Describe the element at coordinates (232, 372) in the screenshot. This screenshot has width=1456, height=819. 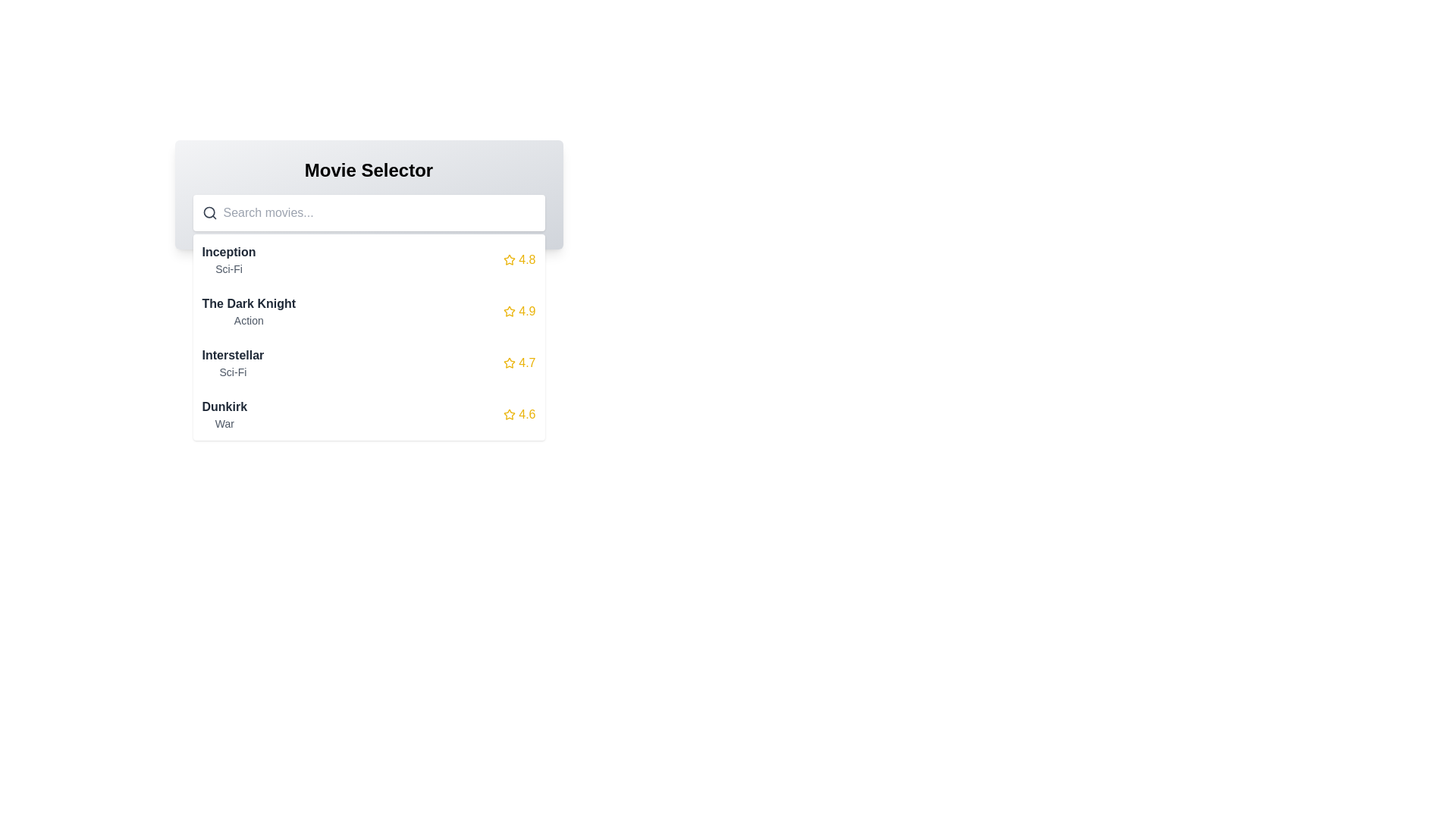
I see `text content of the genre label 'Sci-Fi', which is displayed in gray font below the title 'Interstellar' in the movie list interface` at that location.